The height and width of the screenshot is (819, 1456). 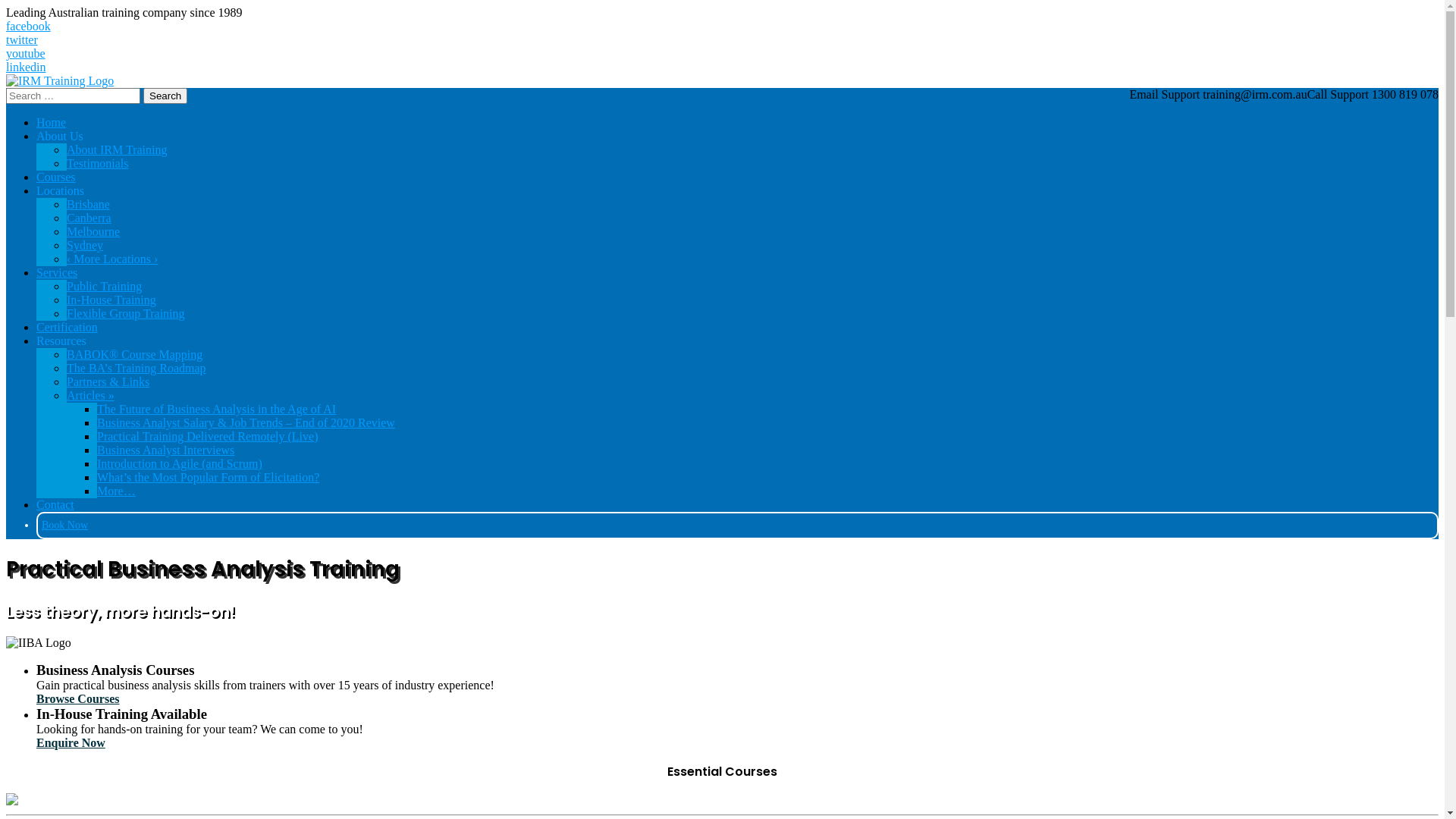 I want to click on 'Resources', so click(x=61, y=340).